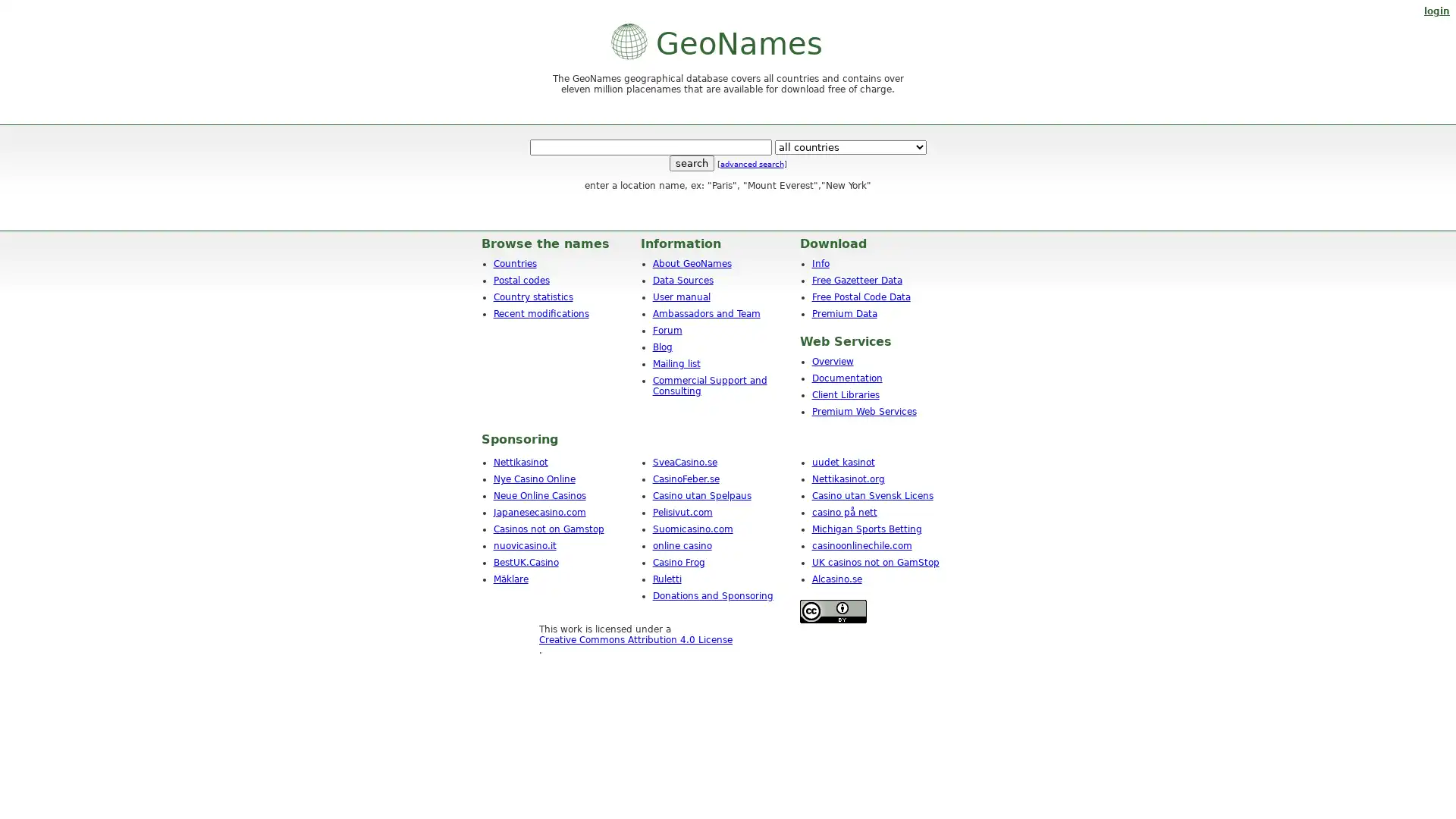 The width and height of the screenshot is (1456, 819). What do you see at coordinates (690, 163) in the screenshot?
I see `search` at bounding box center [690, 163].